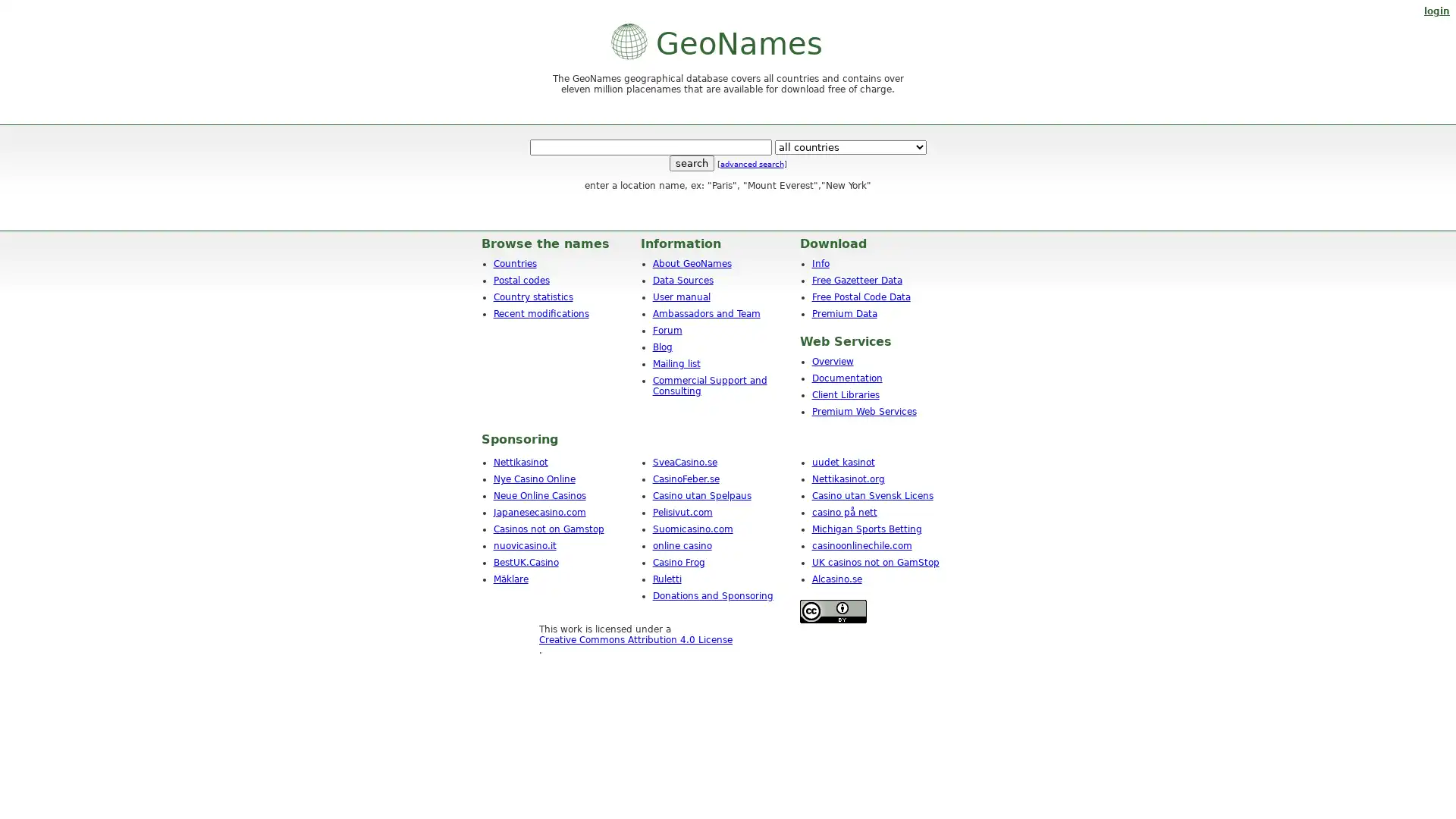 The width and height of the screenshot is (1456, 819). What do you see at coordinates (690, 163) in the screenshot?
I see `search` at bounding box center [690, 163].